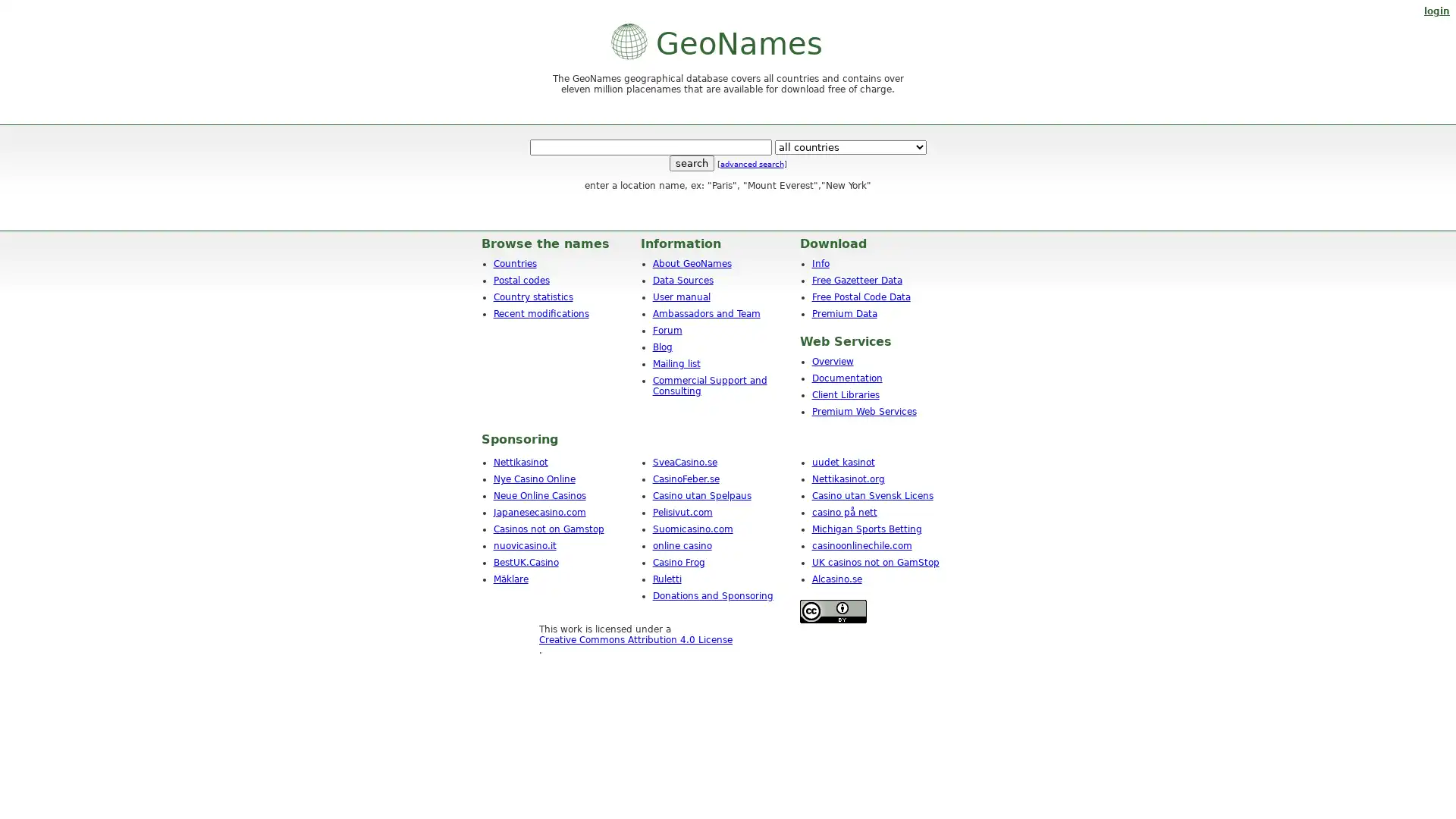 The width and height of the screenshot is (1456, 819). What do you see at coordinates (690, 163) in the screenshot?
I see `search` at bounding box center [690, 163].